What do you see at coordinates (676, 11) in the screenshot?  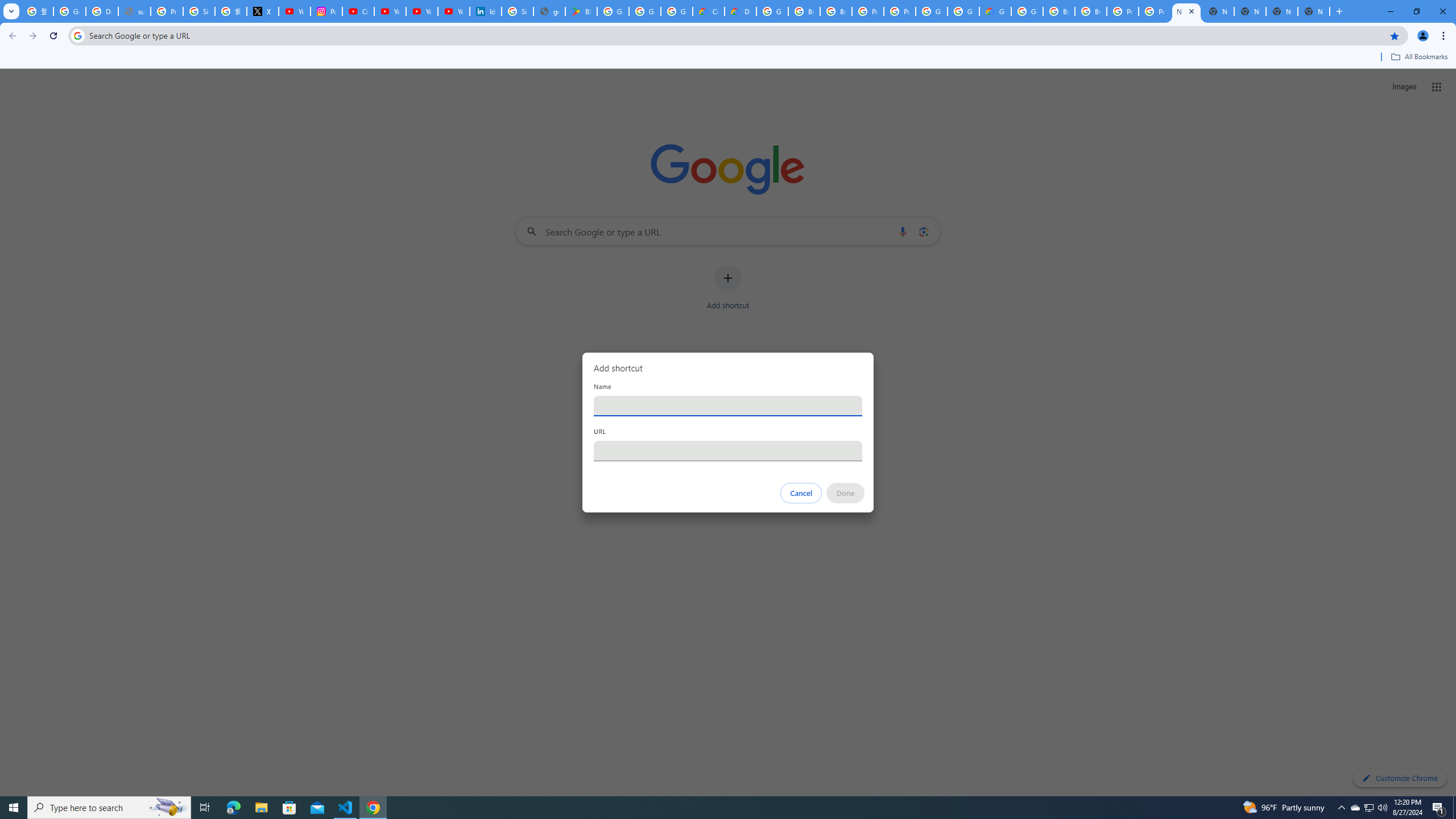 I see `'Google Workspace - Specific Terms'` at bounding box center [676, 11].